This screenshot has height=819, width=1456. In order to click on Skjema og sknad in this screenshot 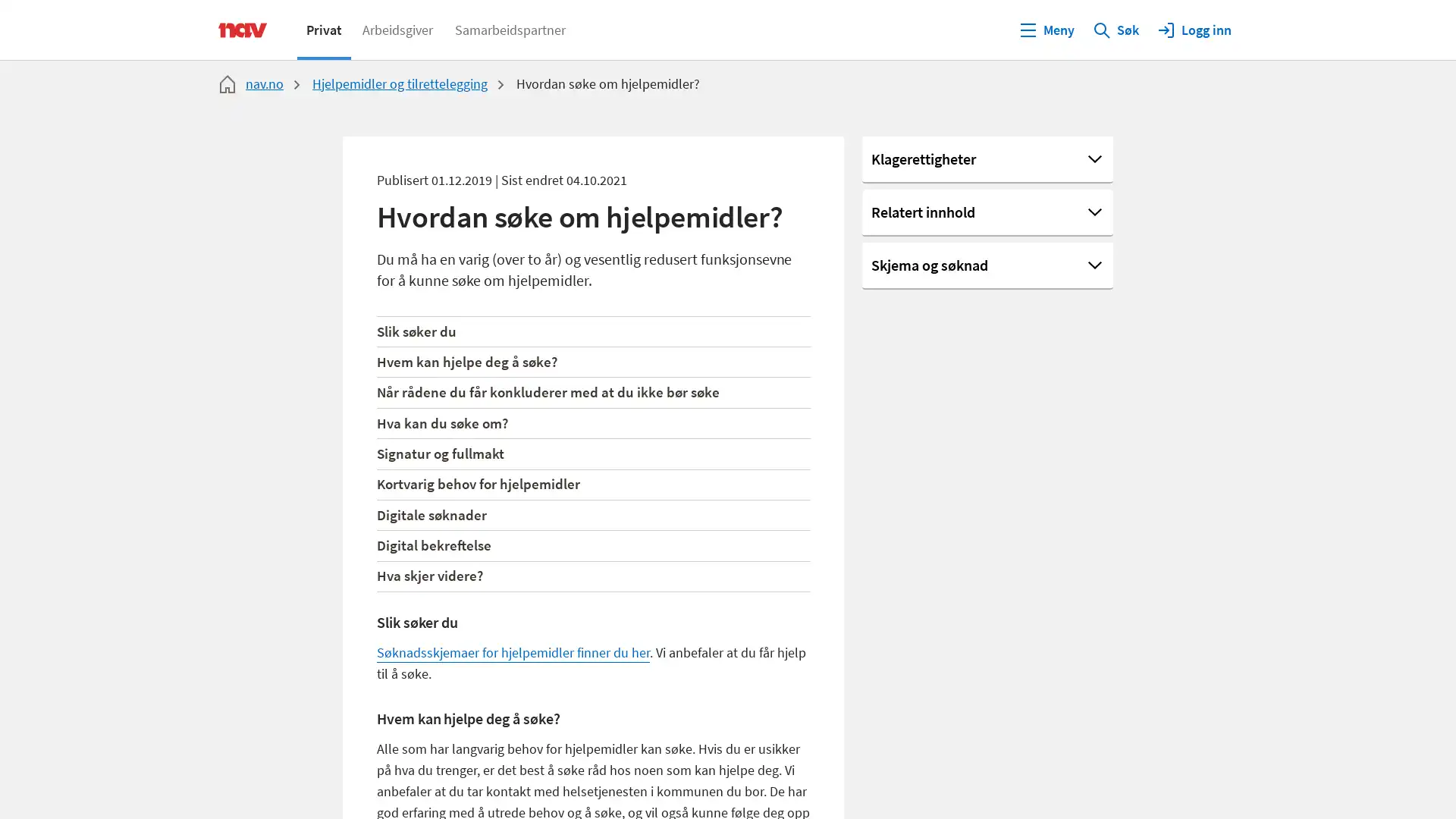, I will do `click(987, 265)`.